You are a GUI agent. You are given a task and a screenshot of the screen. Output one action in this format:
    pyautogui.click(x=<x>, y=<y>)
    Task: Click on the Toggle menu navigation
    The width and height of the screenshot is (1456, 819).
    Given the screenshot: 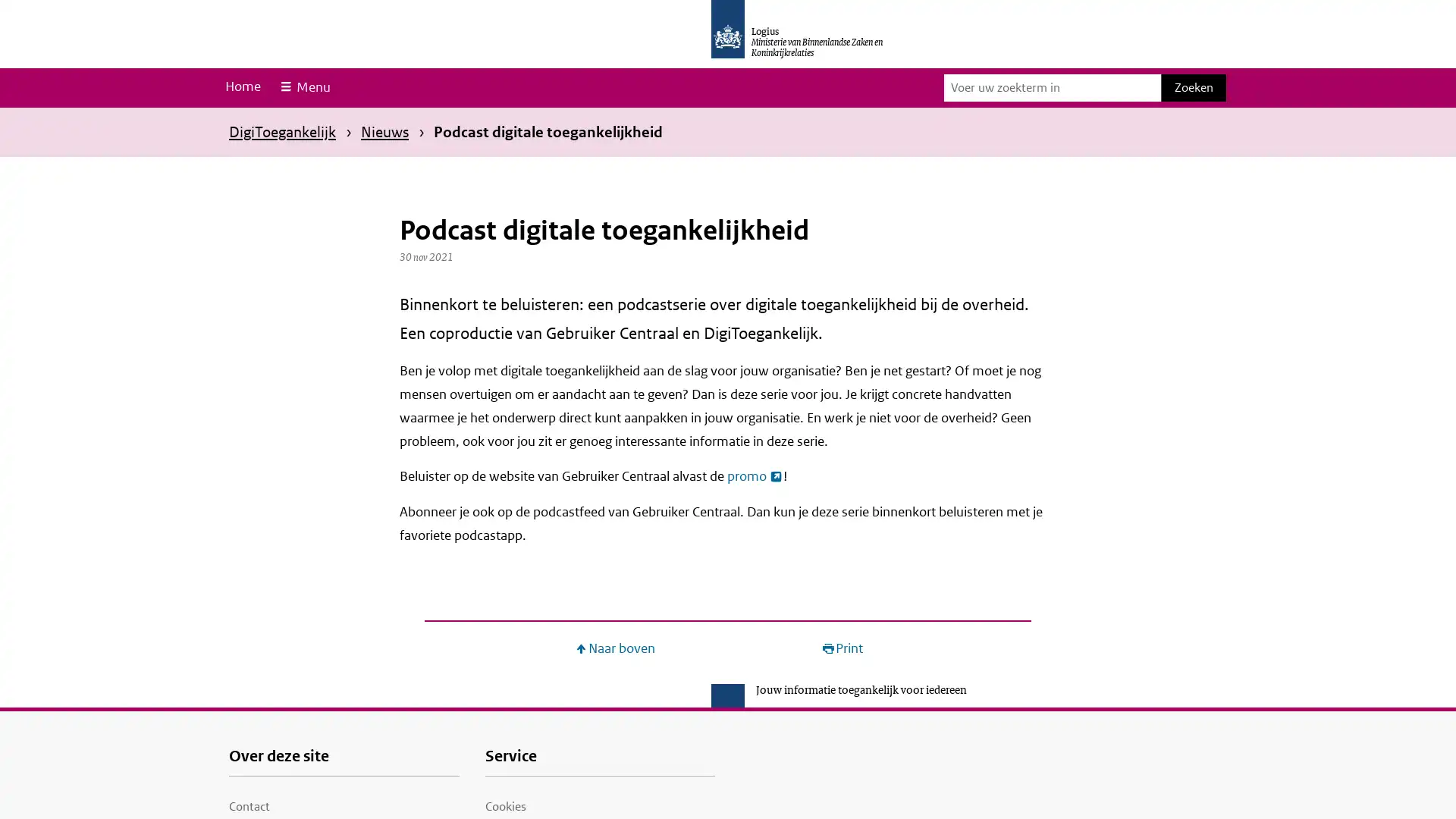 What is the action you would take?
    pyautogui.click(x=303, y=87)
    